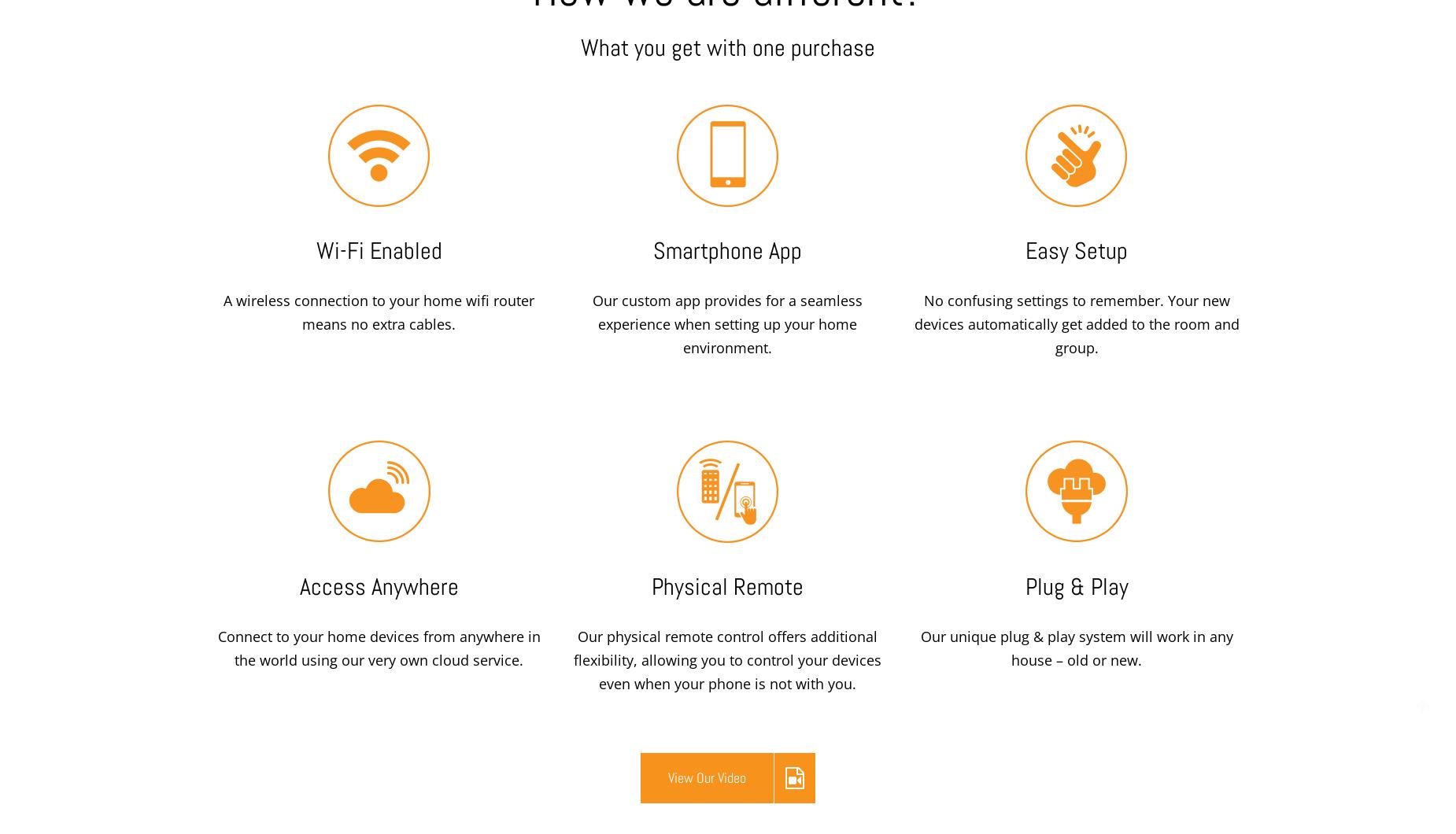  I want to click on 'Access Anywhere', so click(379, 586).